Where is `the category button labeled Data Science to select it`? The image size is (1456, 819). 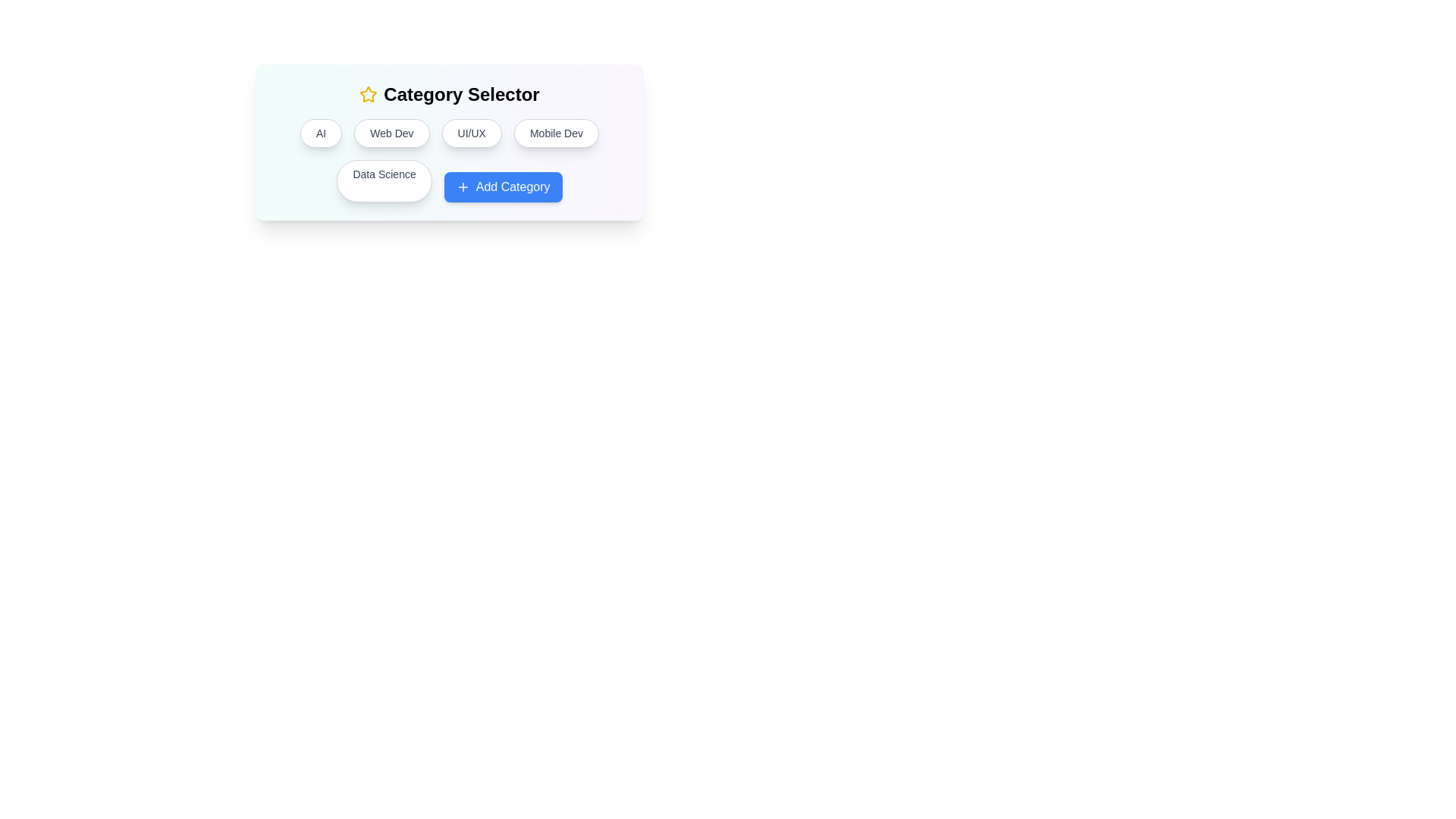 the category button labeled Data Science to select it is located at coordinates (384, 180).